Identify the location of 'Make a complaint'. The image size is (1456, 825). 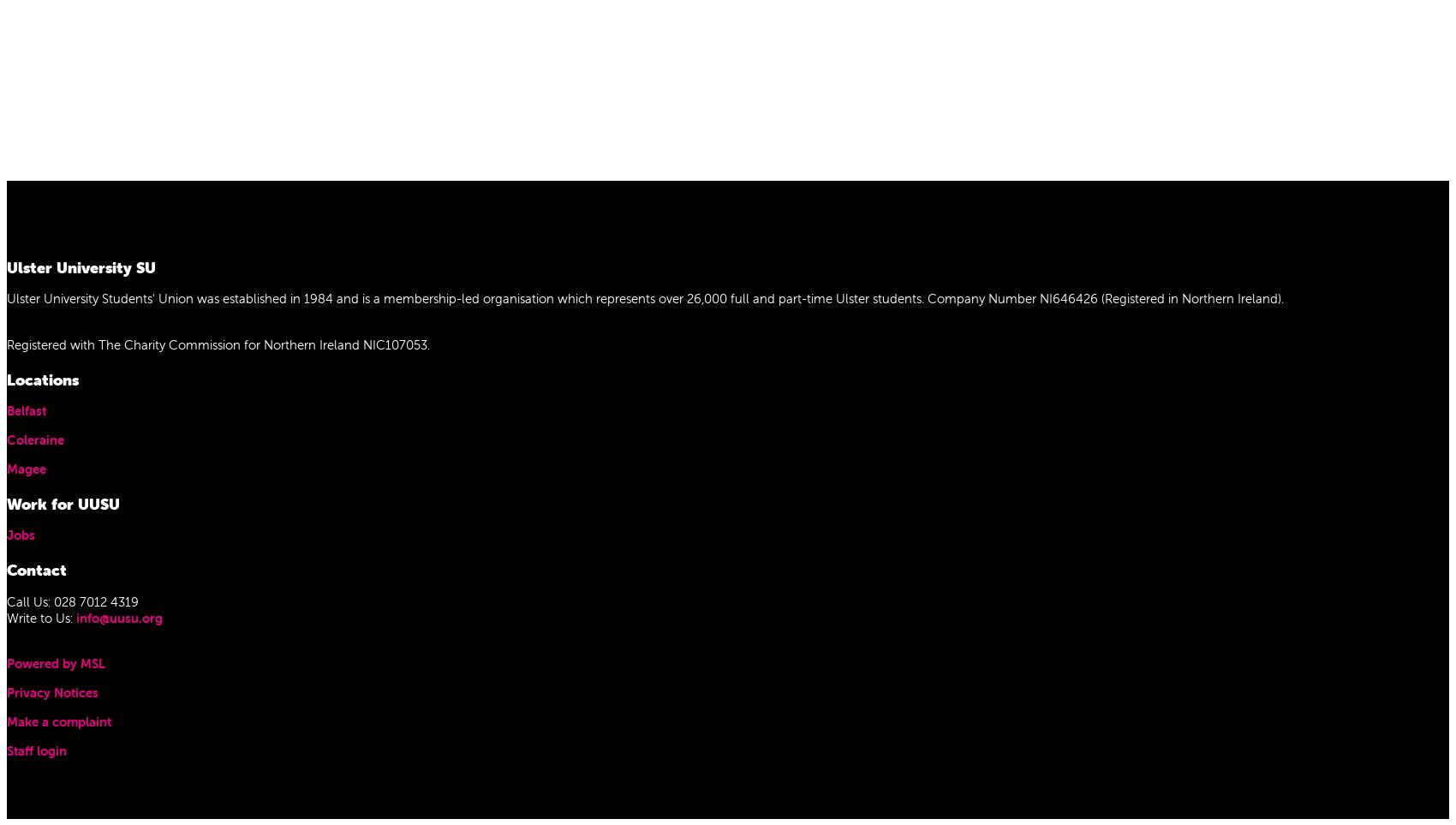
(6, 721).